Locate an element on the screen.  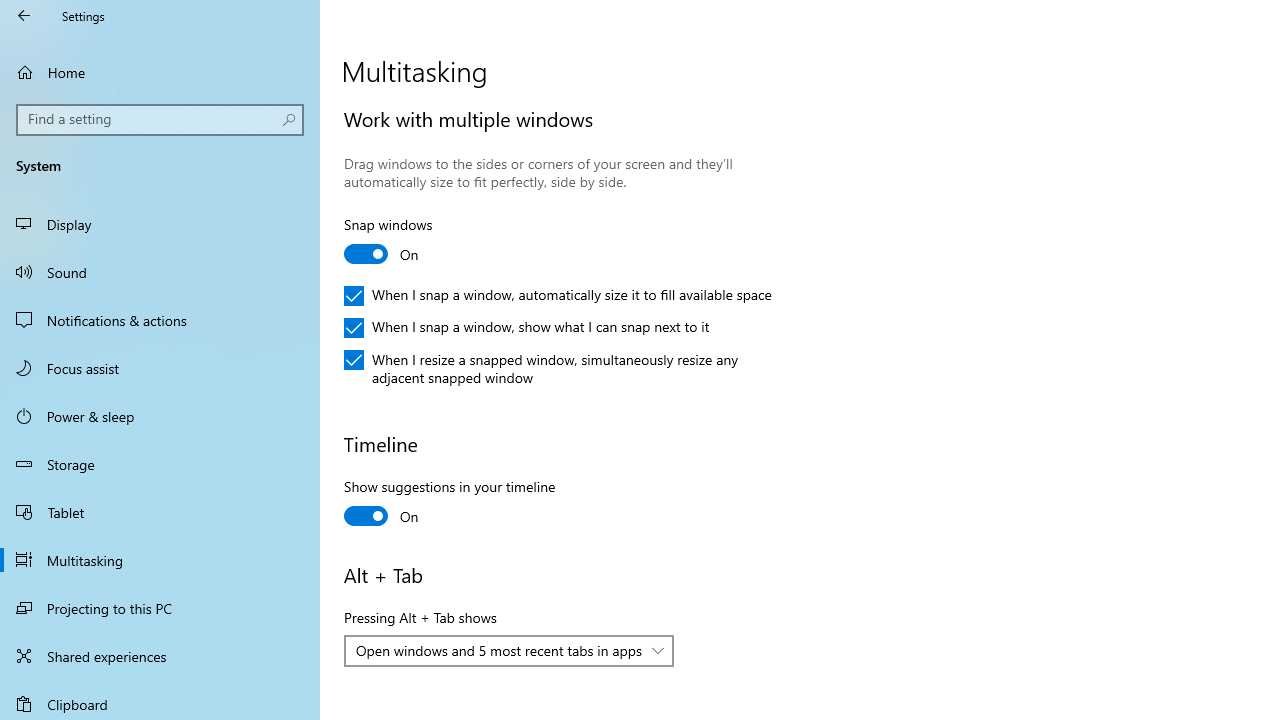
'Storage' is located at coordinates (160, 464).